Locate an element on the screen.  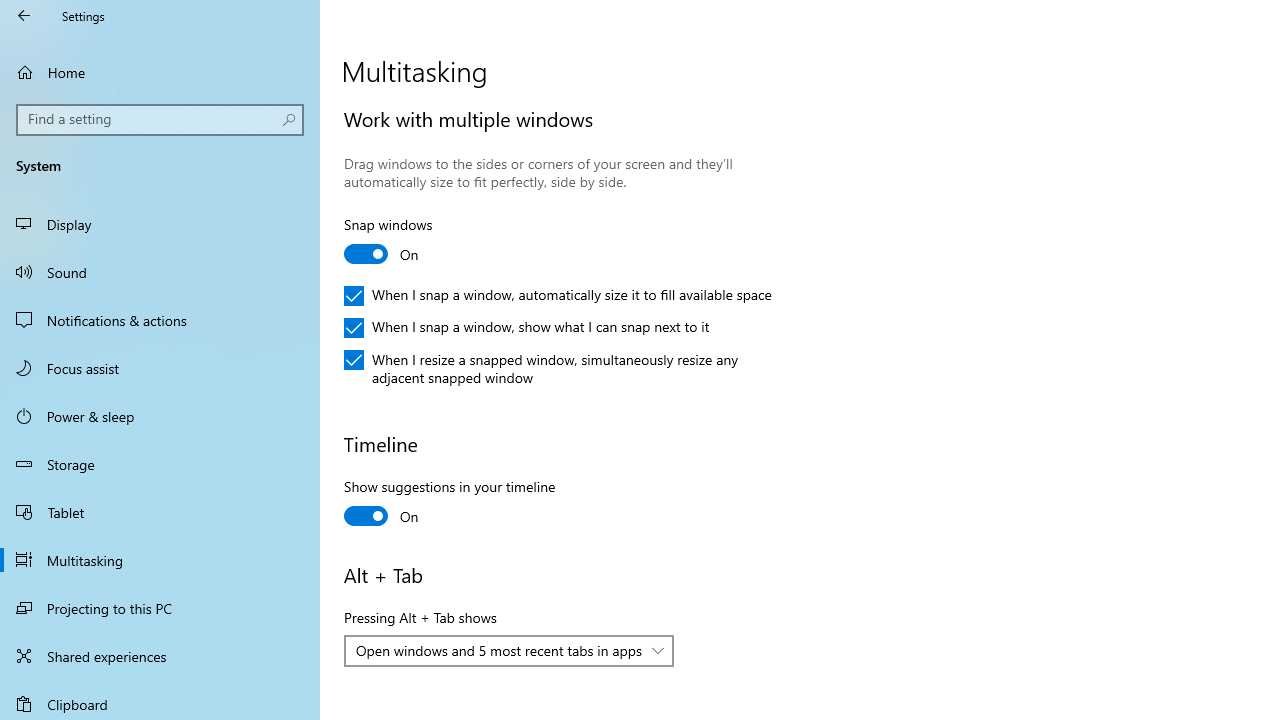
'Storage' is located at coordinates (160, 464).